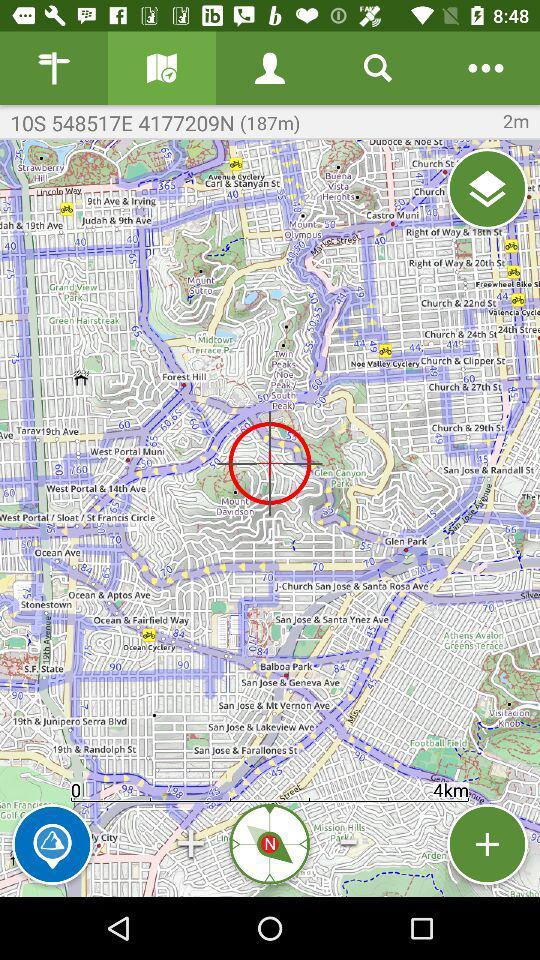 The image size is (540, 960). Describe the element at coordinates (161, 68) in the screenshot. I see `displays different map` at that location.